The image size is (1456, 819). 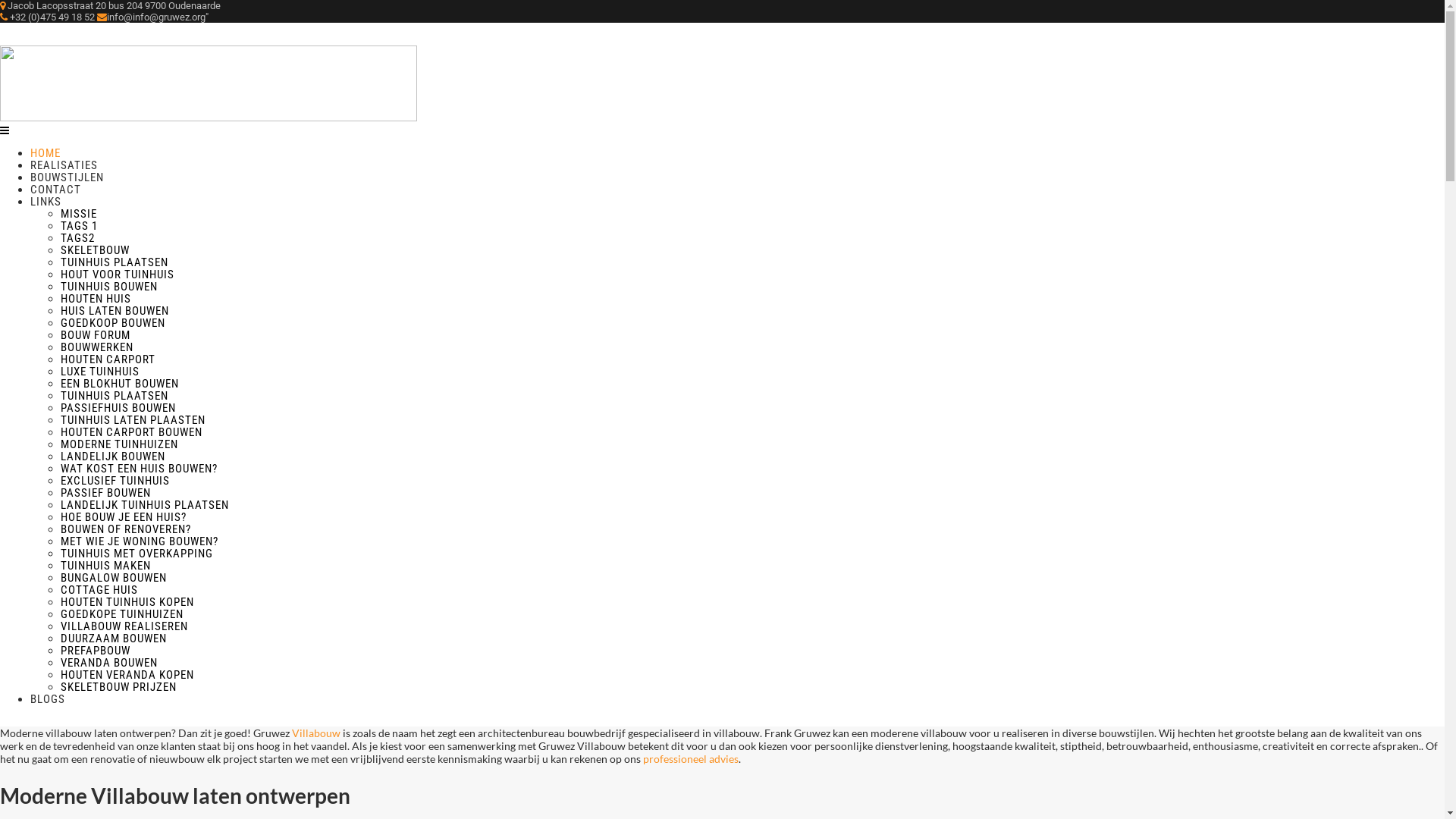 I want to click on 'PREFAPBOUW', so click(x=61, y=649).